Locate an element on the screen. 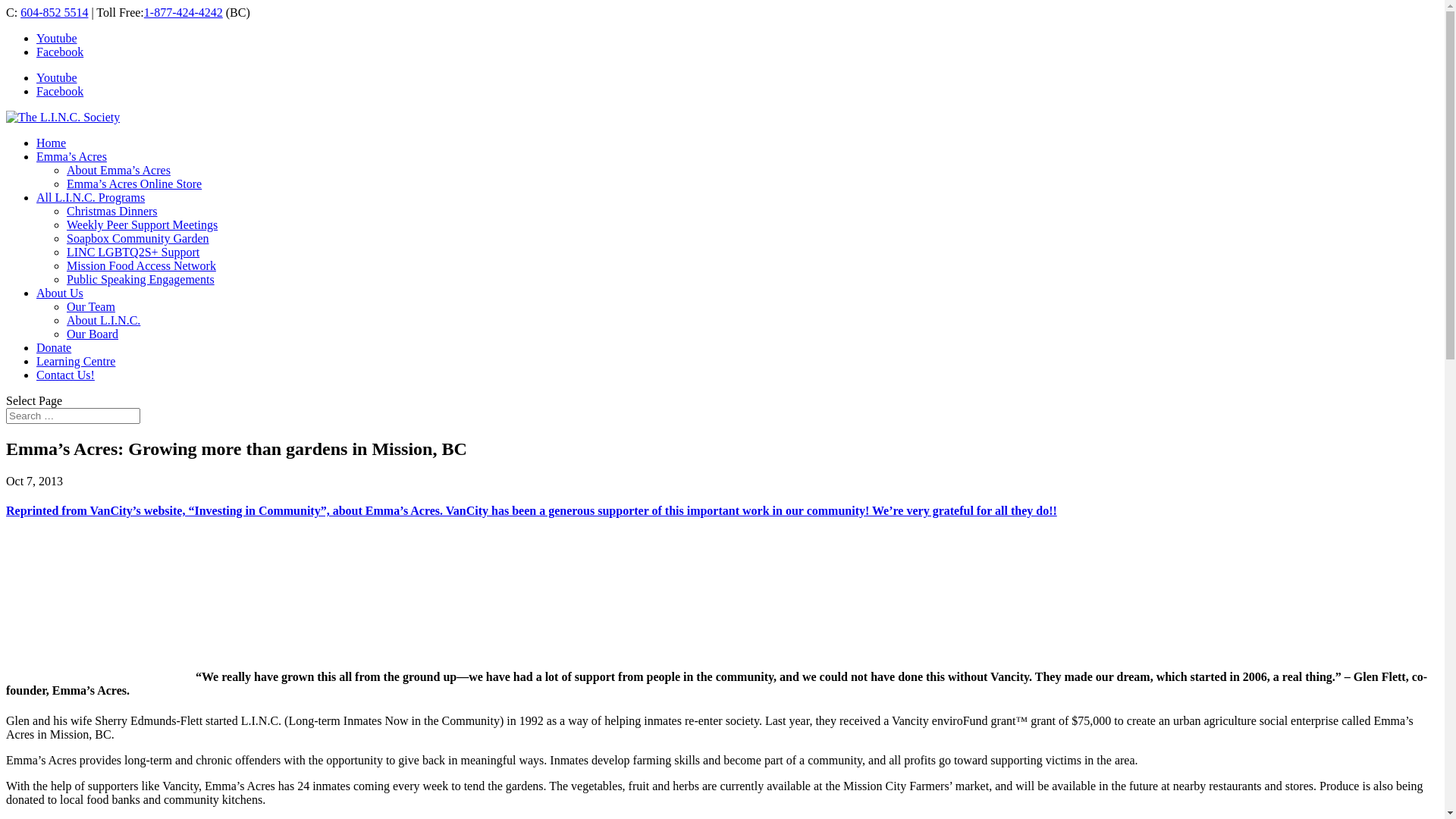 This screenshot has height=819, width=1456. 'Search for:' is located at coordinates (72, 416).